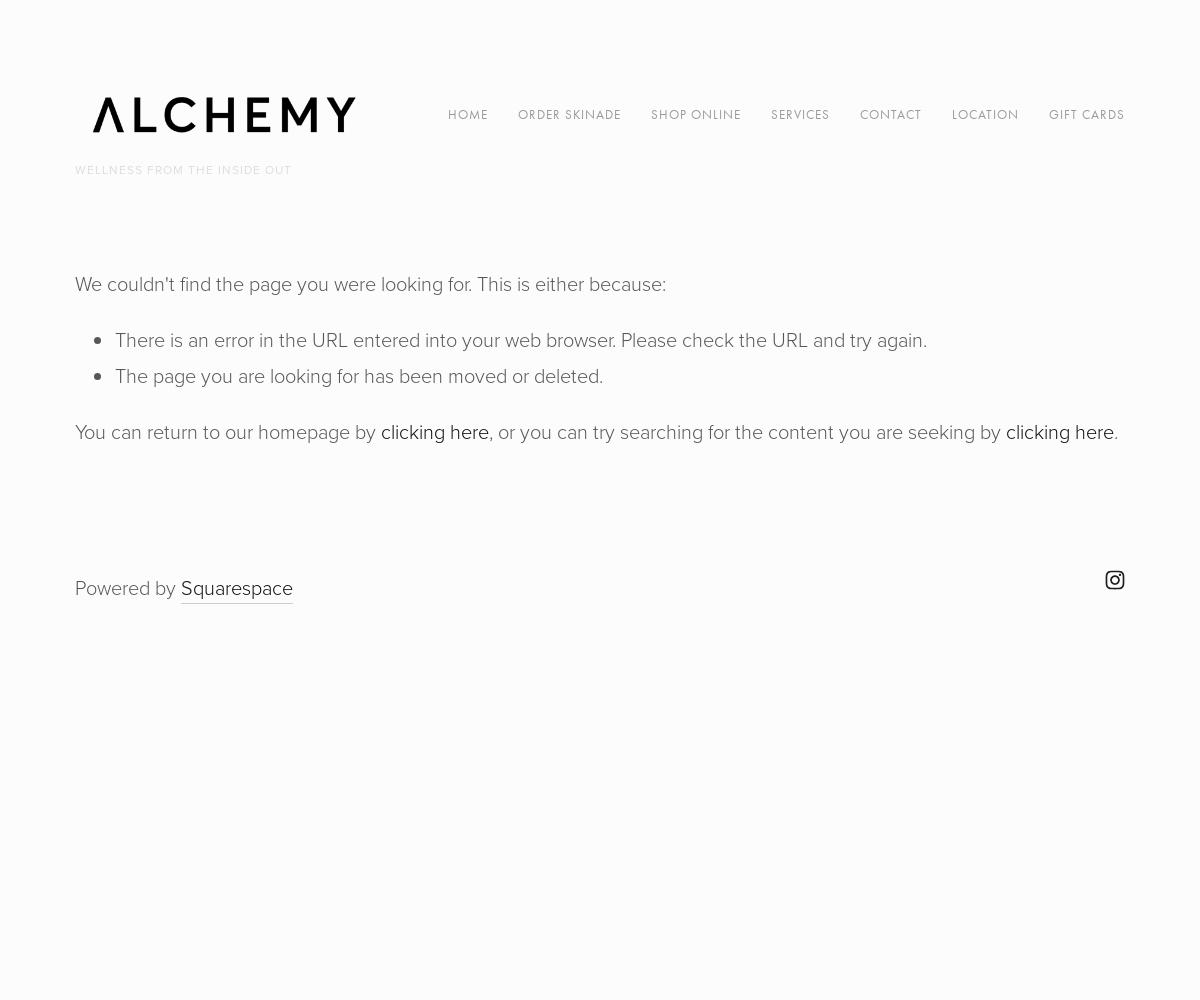 The width and height of the screenshot is (1200, 1000). What do you see at coordinates (75, 284) in the screenshot?
I see `'We couldn't find the page you were looking for. This is either because:'` at bounding box center [75, 284].